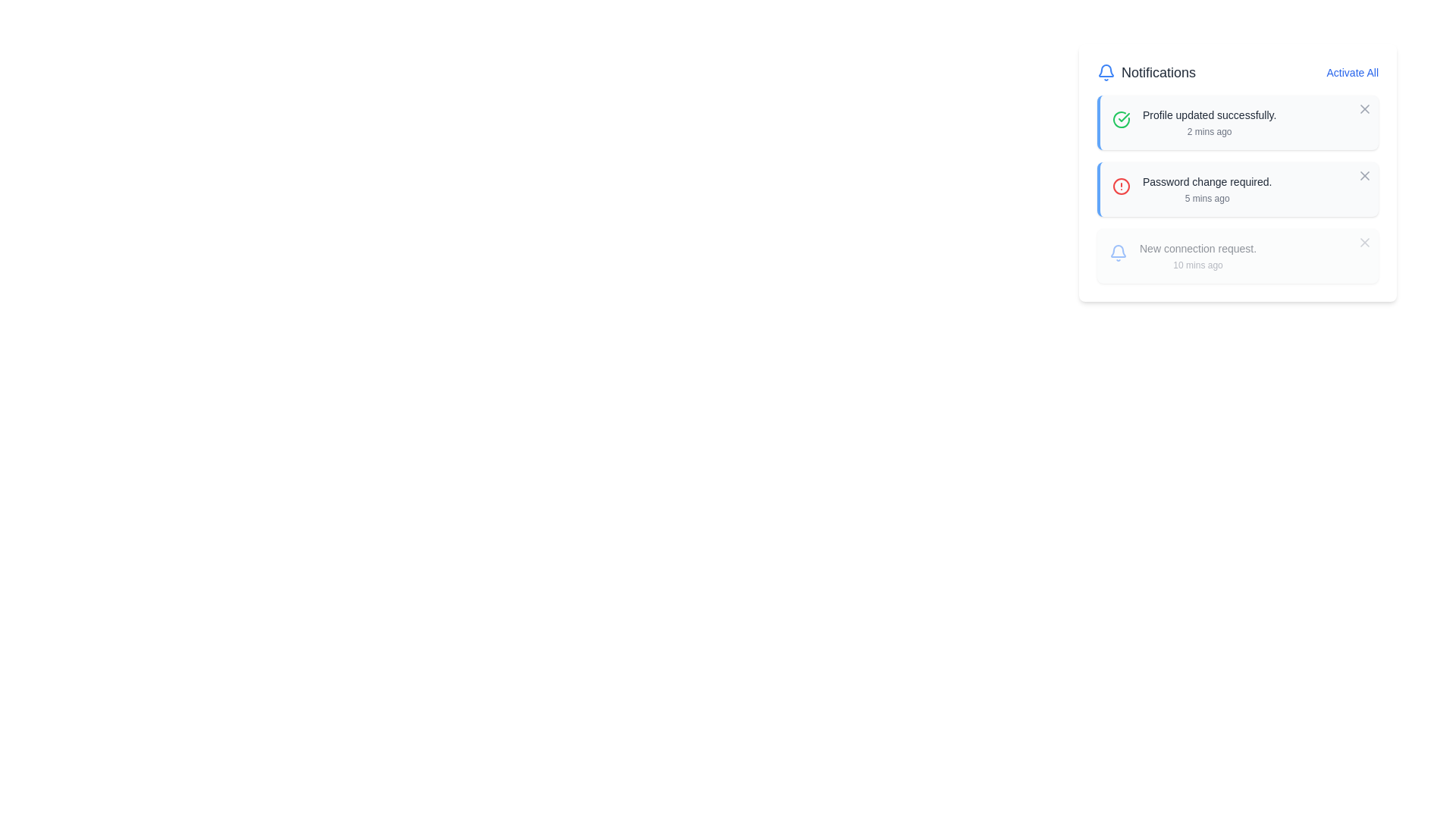 The image size is (1456, 819). What do you see at coordinates (1197, 256) in the screenshot?
I see `the bottom notification card in the notifications panel that displays a message about a new connection request received 10 minutes ago` at bounding box center [1197, 256].